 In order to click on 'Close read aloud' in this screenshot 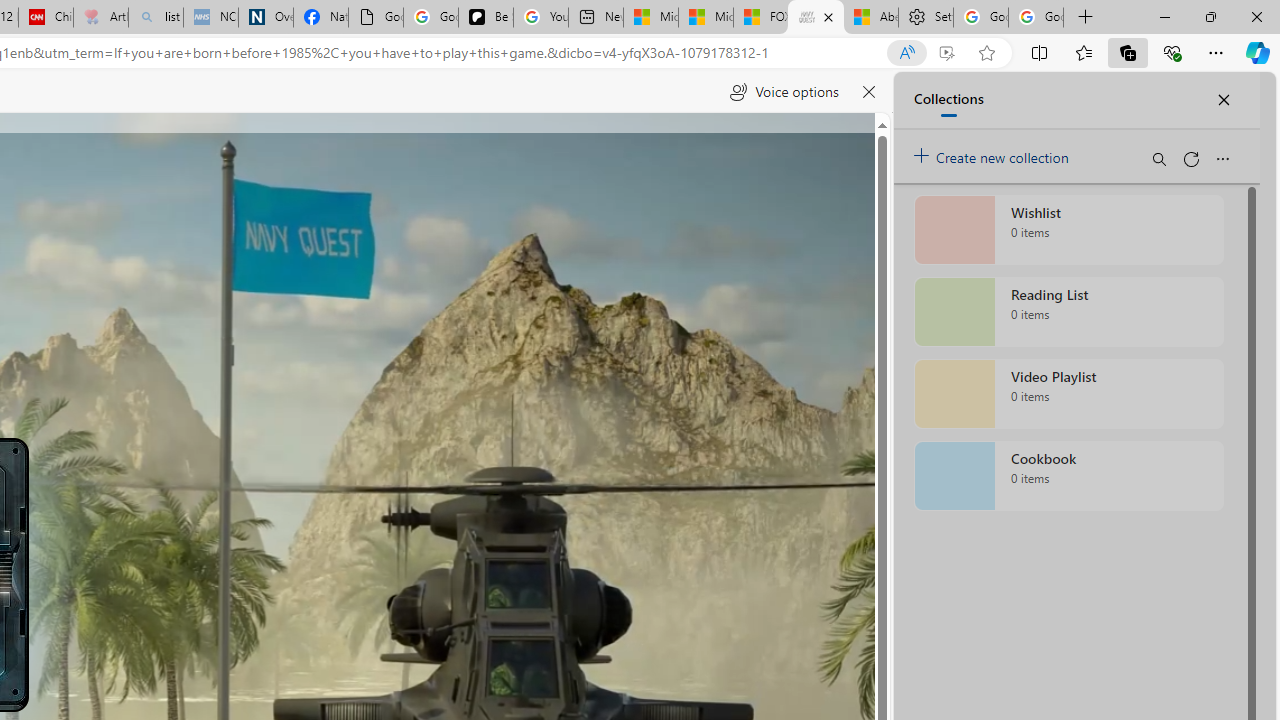, I will do `click(868, 92)`.